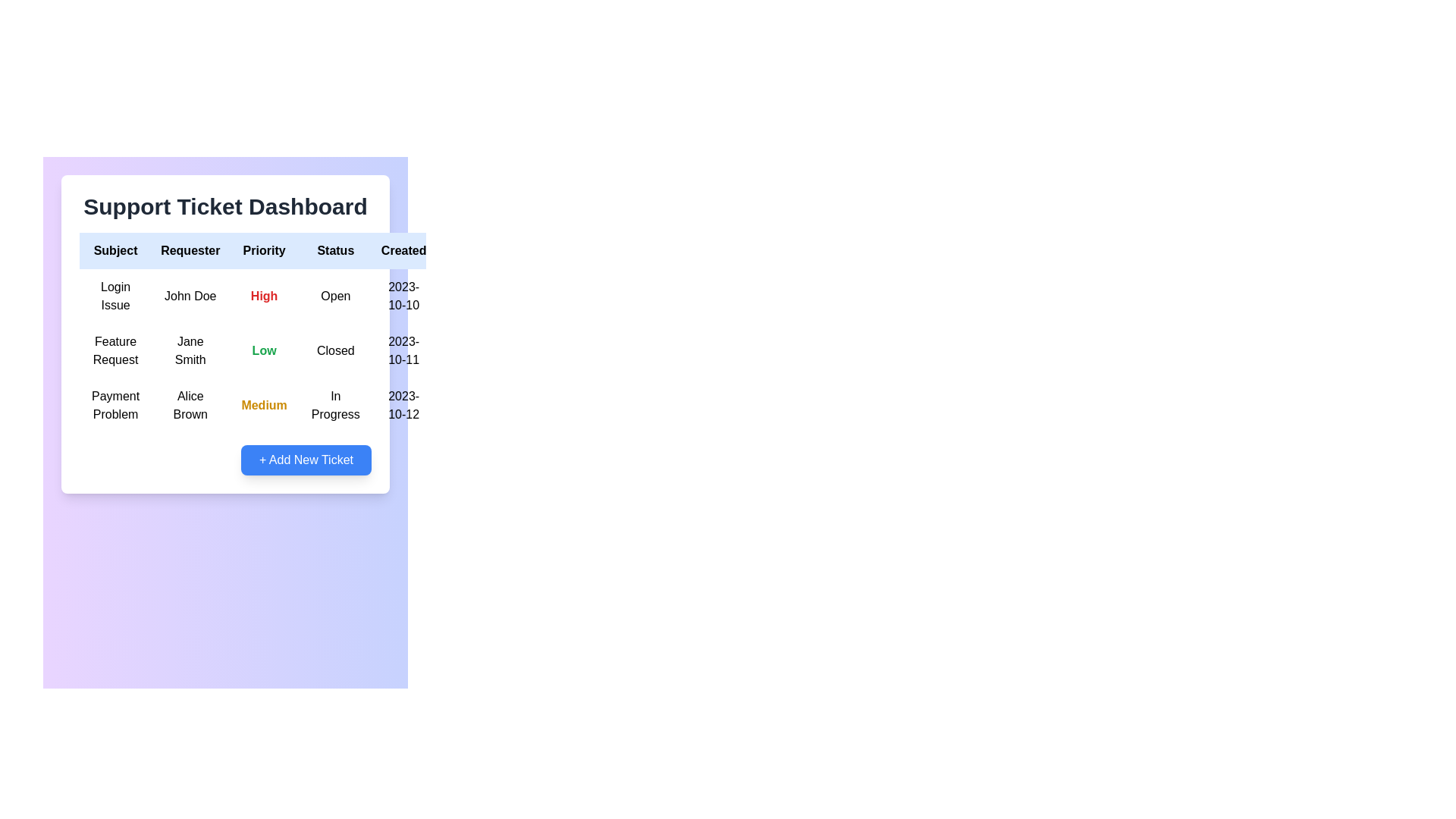  What do you see at coordinates (305, 459) in the screenshot?
I see `the button labeled '+ Add New Ticket', which has a blue background and white text, to observe its hover state` at bounding box center [305, 459].